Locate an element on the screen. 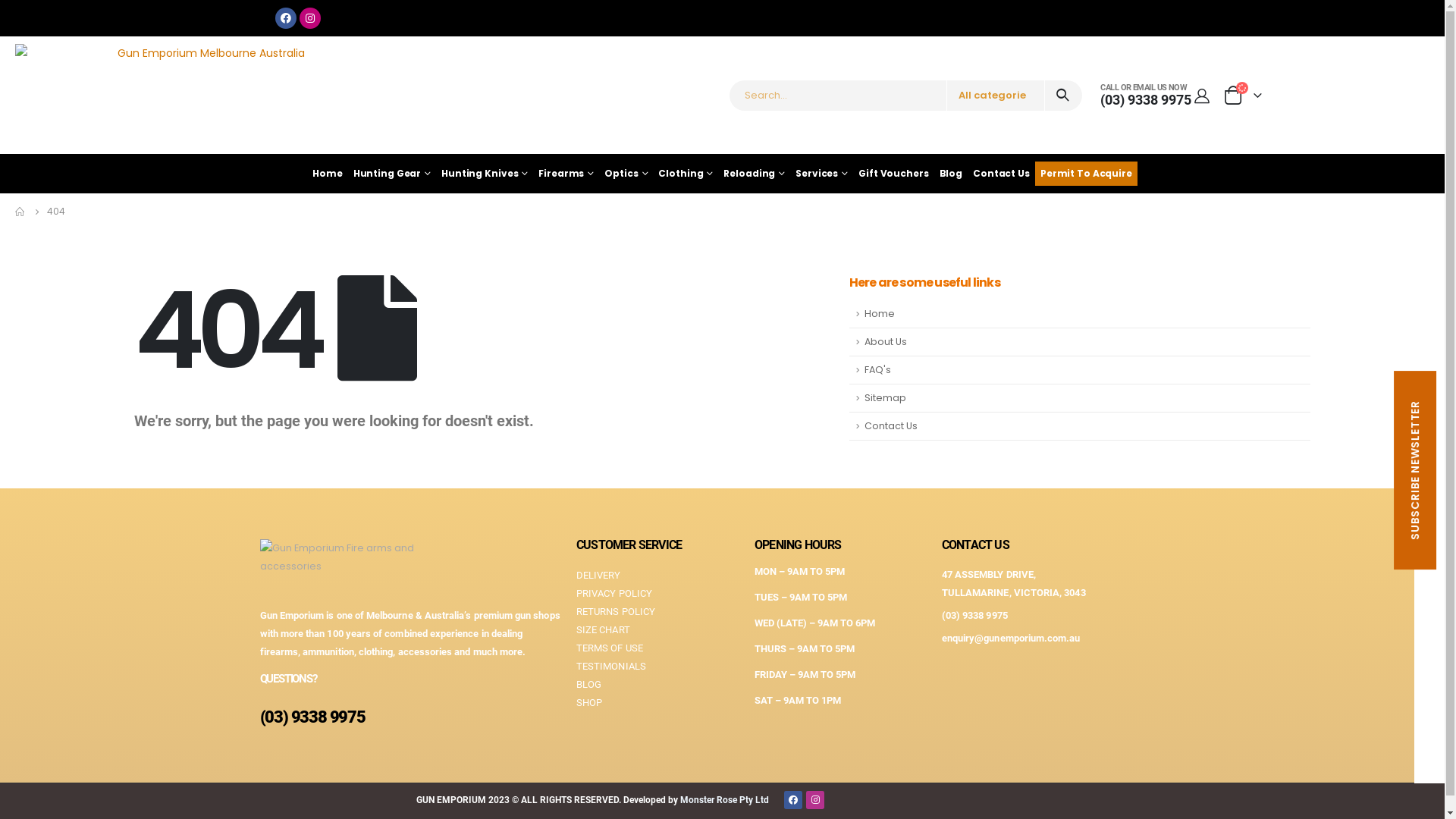 This screenshot has height=819, width=1456. 'Clothing' is located at coordinates (652, 172).